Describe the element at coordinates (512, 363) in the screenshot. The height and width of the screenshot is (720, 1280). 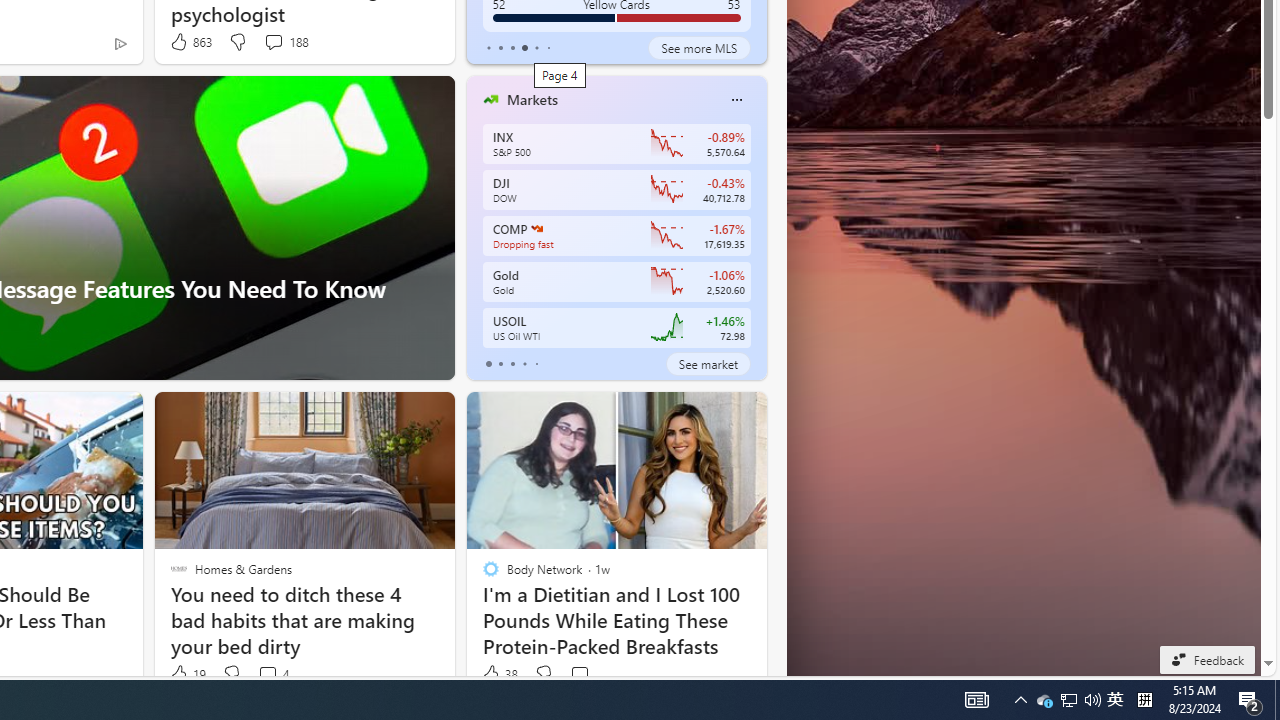
I see `'tab-2'` at that location.